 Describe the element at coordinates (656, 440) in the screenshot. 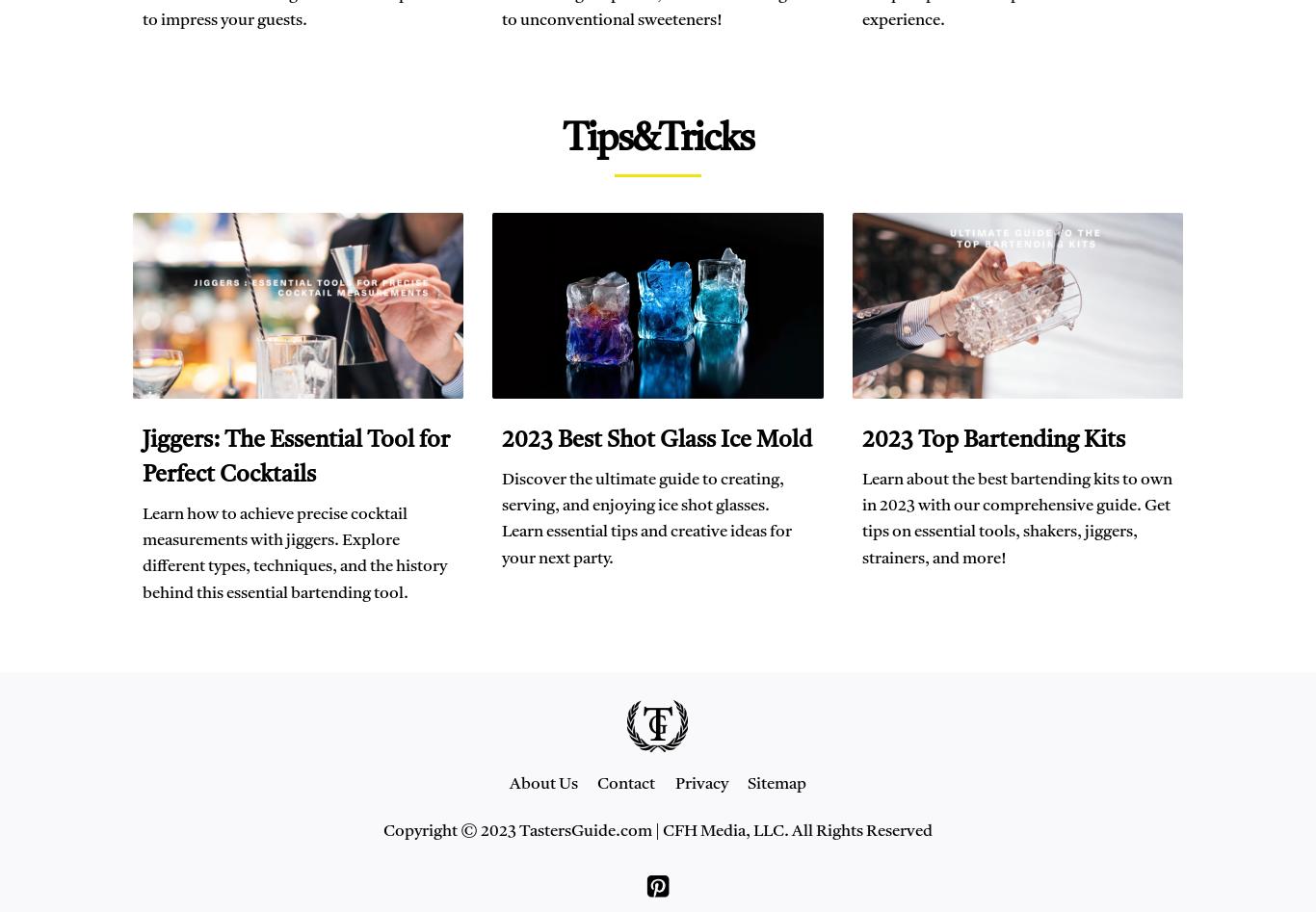

I see `'2023 Best Shot Glass Ice Mold'` at that location.